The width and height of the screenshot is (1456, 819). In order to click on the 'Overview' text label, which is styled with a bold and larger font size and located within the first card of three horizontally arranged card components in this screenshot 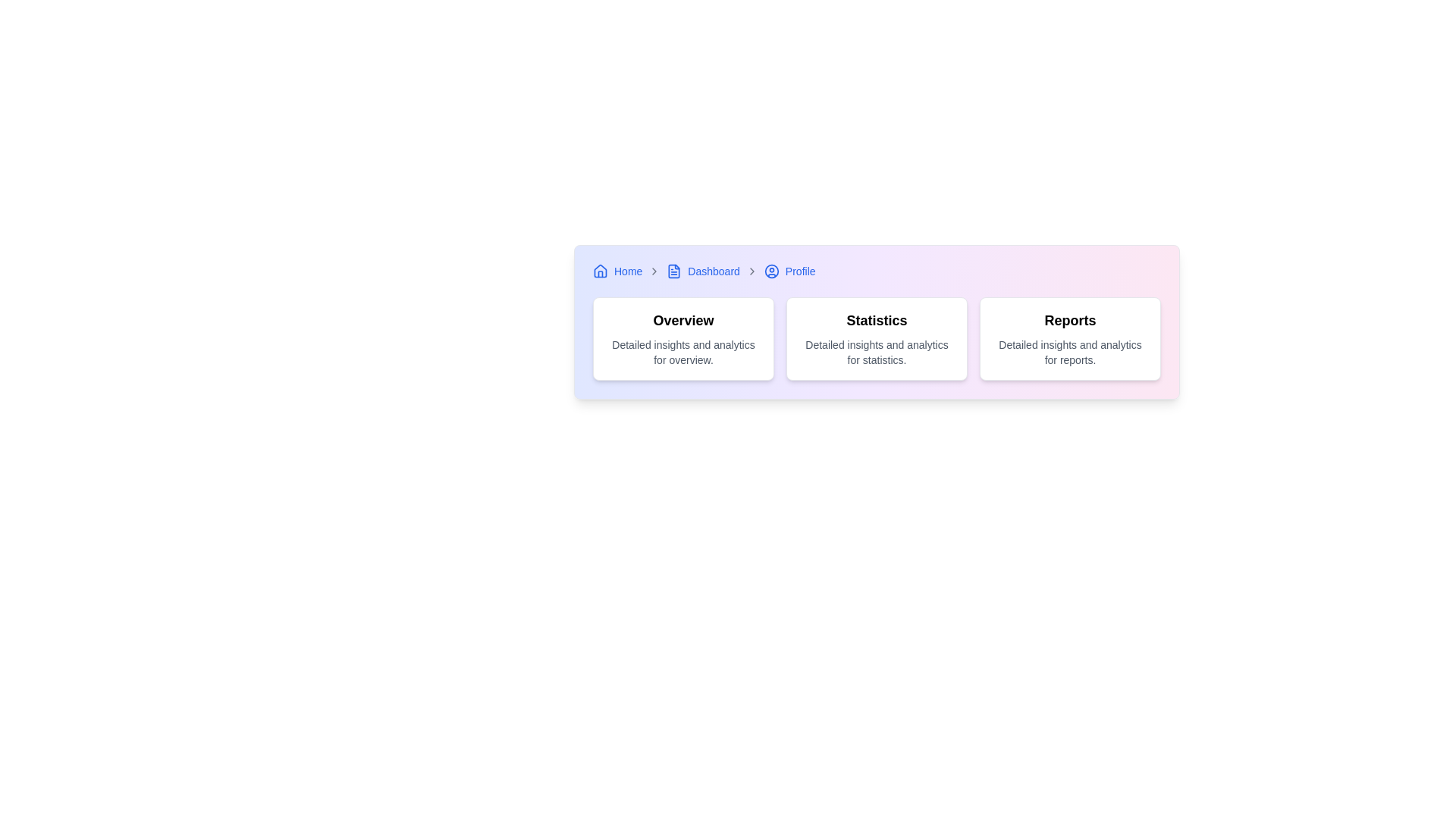, I will do `click(682, 320)`.